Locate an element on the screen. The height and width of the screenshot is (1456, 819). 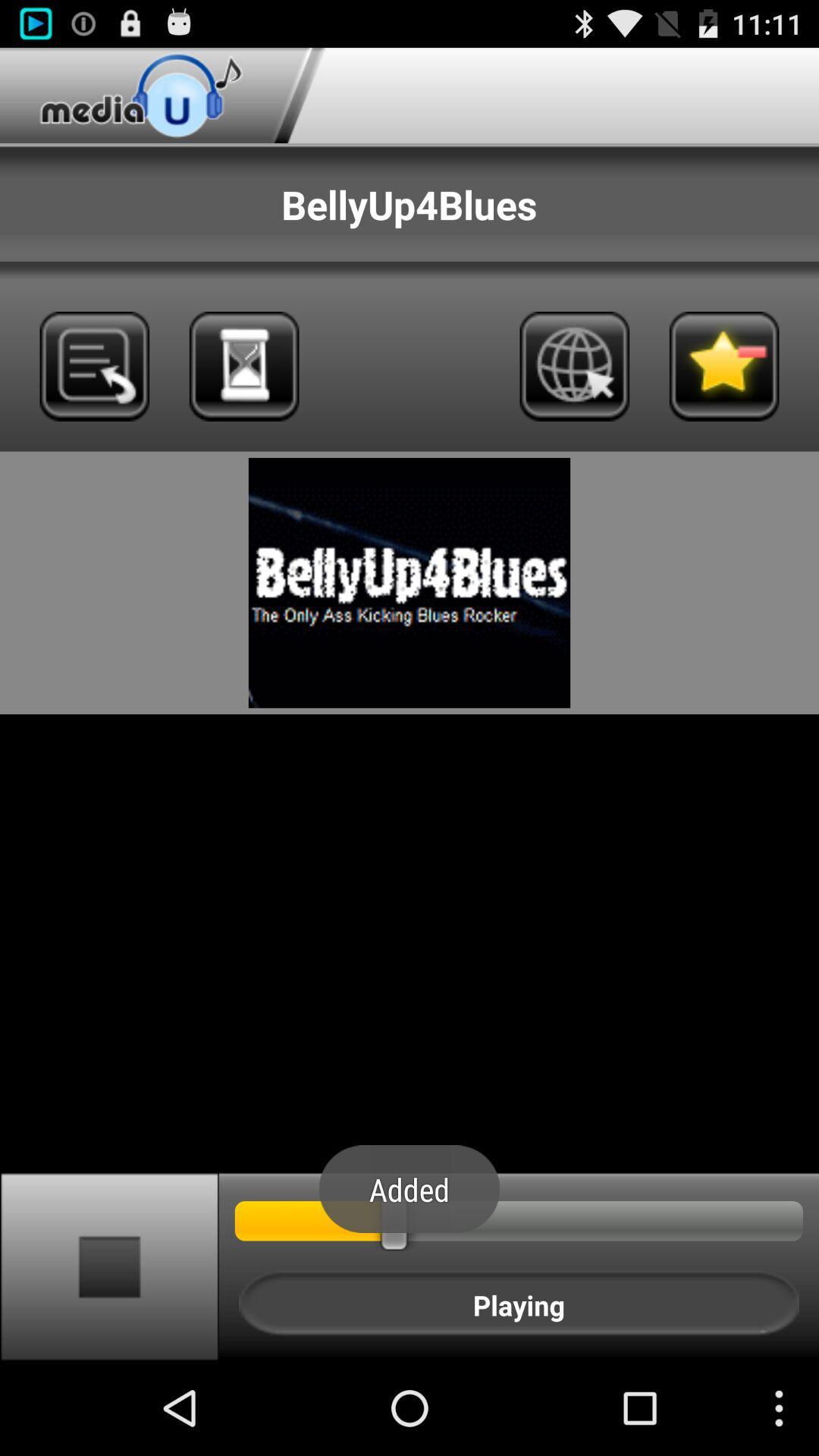
switch autoplay option is located at coordinates (108, 1266).